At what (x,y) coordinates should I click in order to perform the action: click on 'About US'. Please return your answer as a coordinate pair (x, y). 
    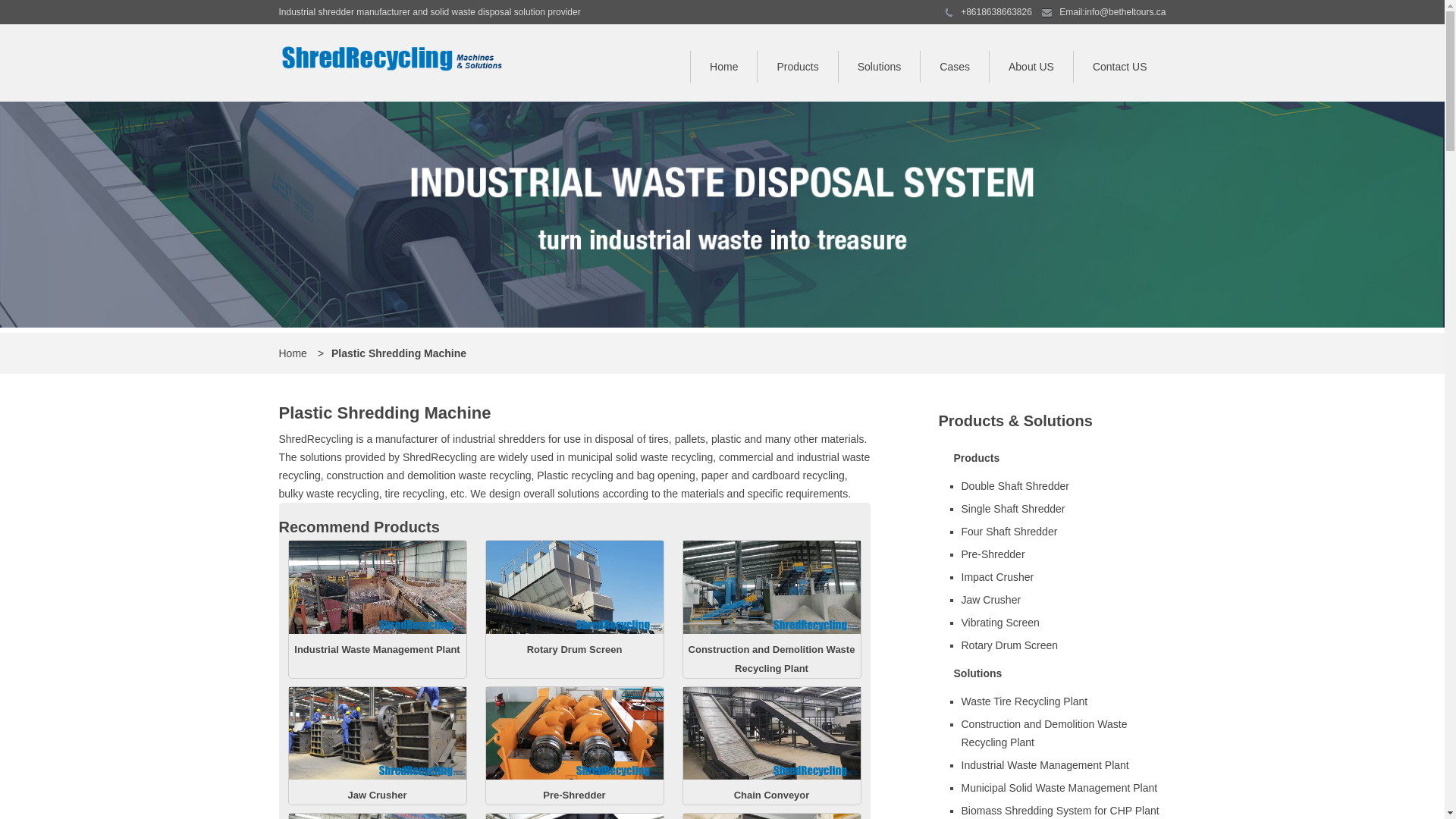
    Looking at the image, I should click on (1031, 66).